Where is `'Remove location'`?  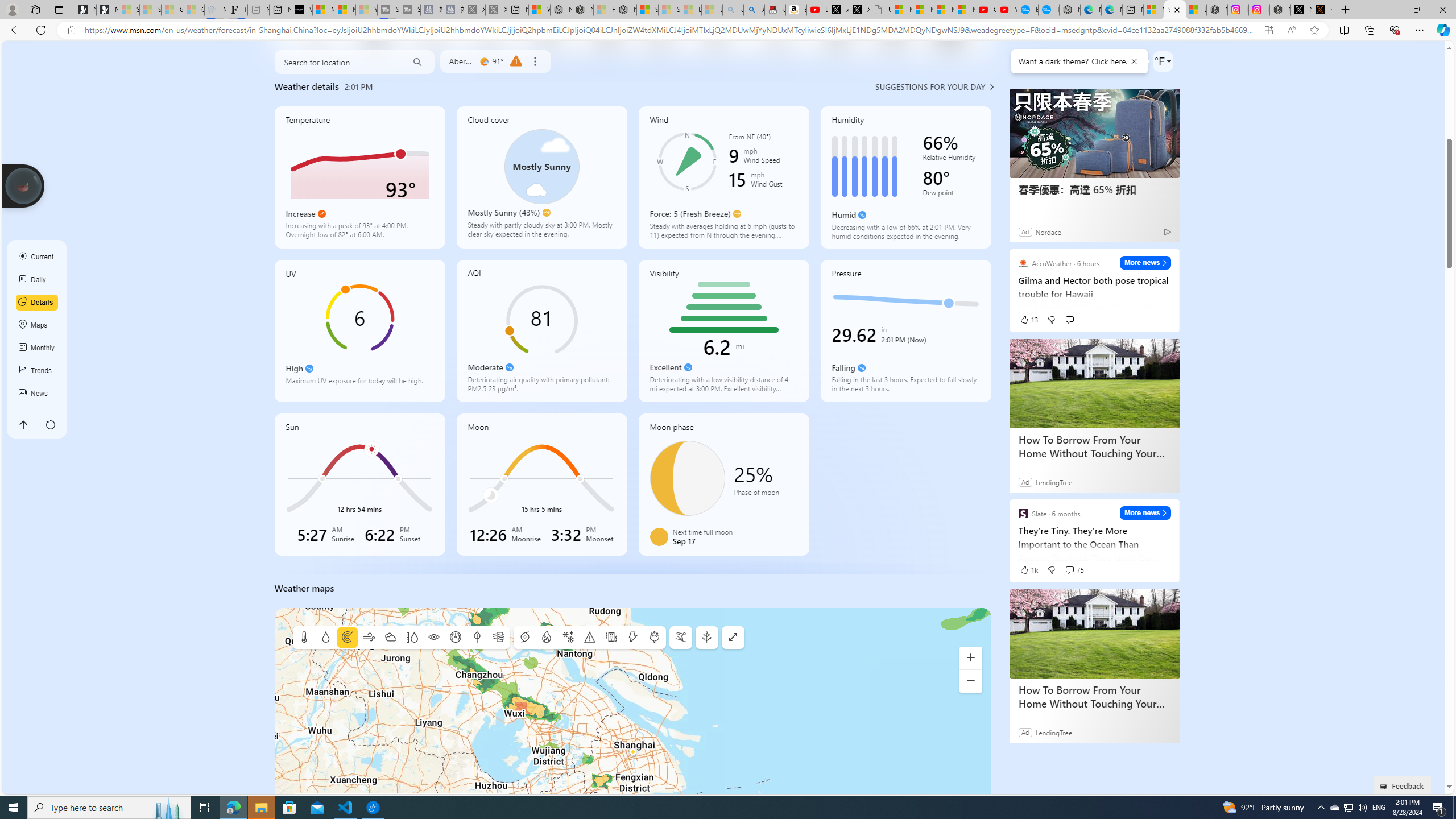 'Remove location' is located at coordinates (533, 61).